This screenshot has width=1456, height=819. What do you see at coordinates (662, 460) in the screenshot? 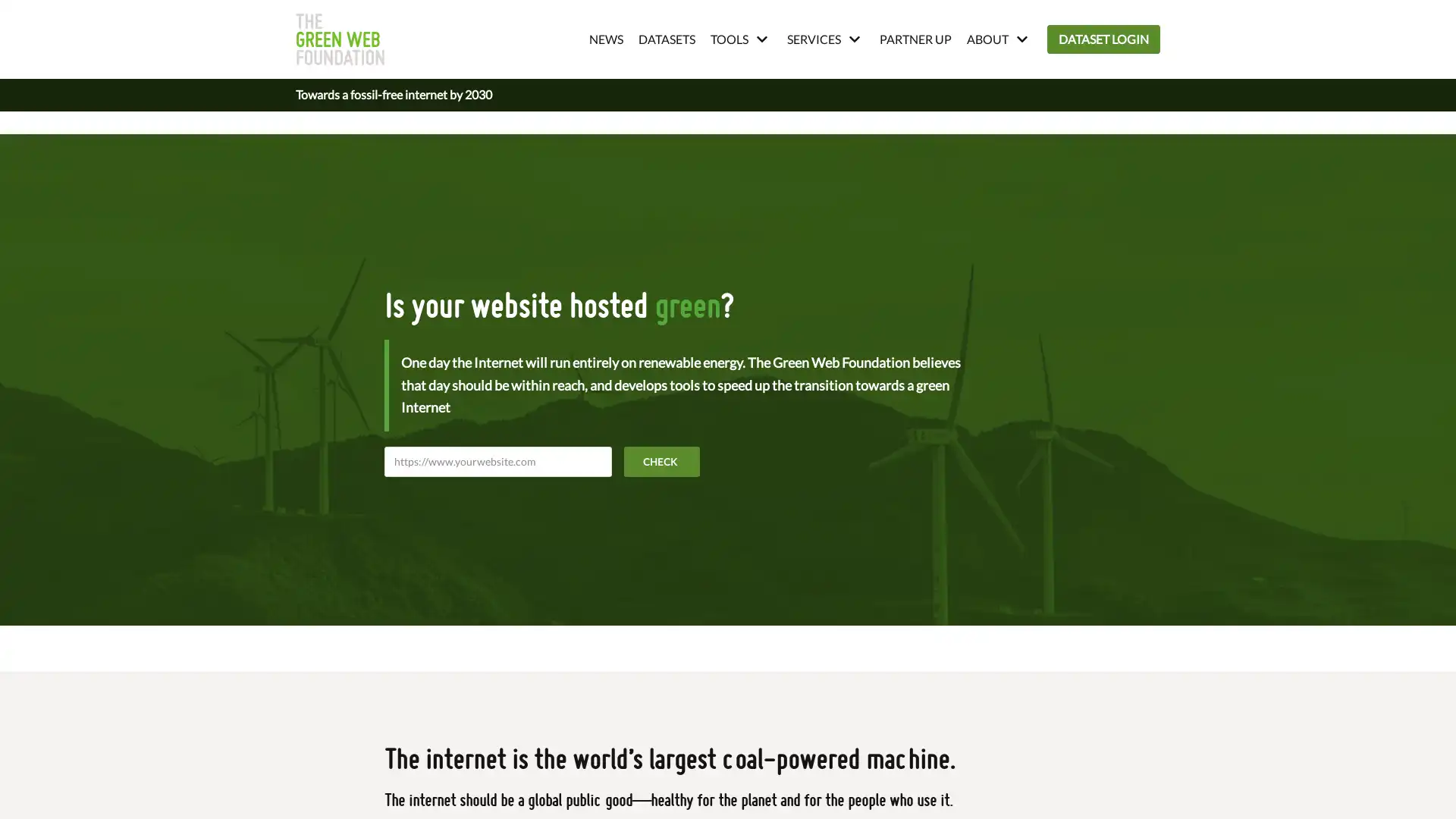
I see `CHECK` at bounding box center [662, 460].